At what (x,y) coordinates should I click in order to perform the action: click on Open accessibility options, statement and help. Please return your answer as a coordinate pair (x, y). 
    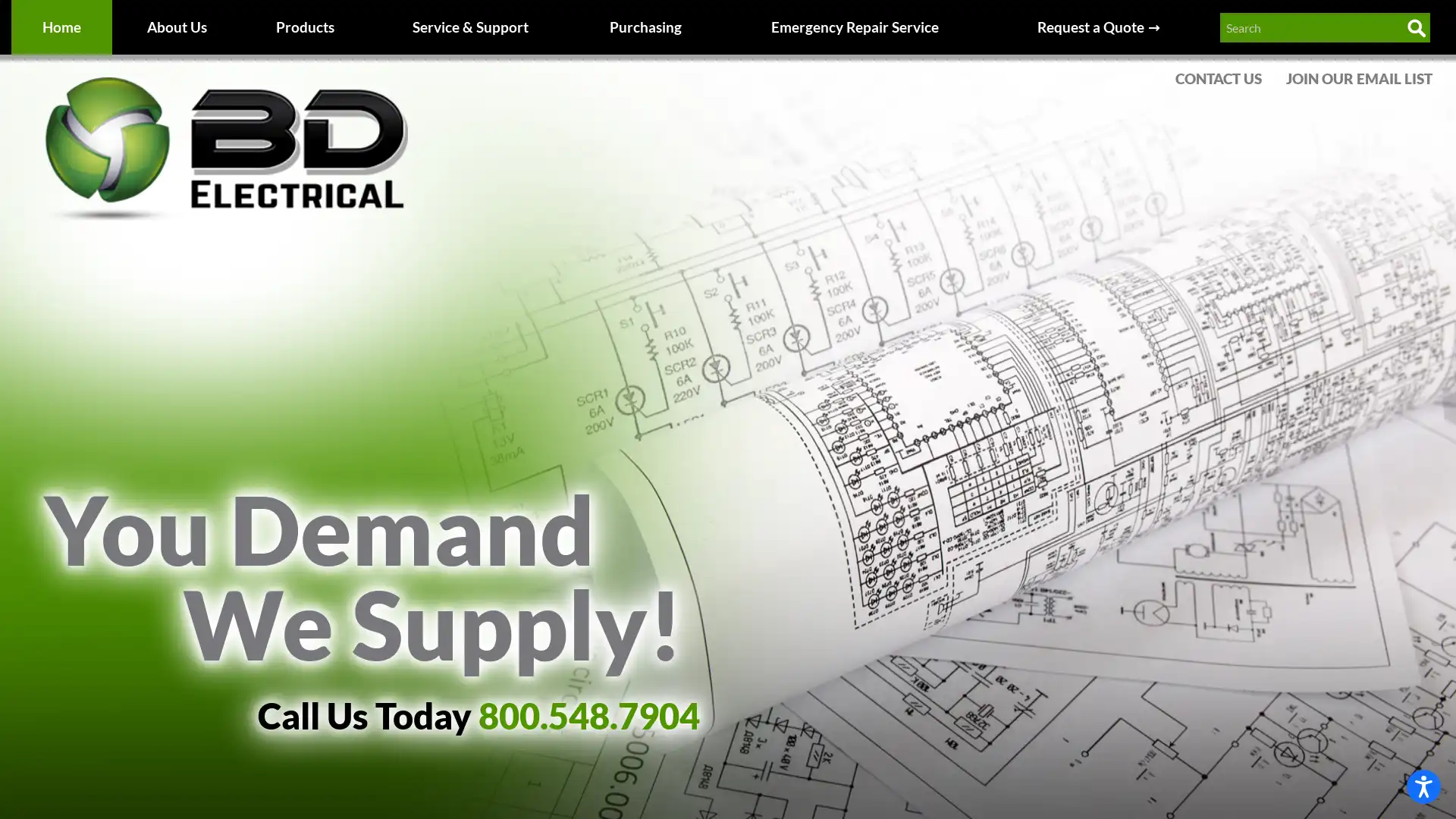
    Looking at the image, I should click on (1423, 786).